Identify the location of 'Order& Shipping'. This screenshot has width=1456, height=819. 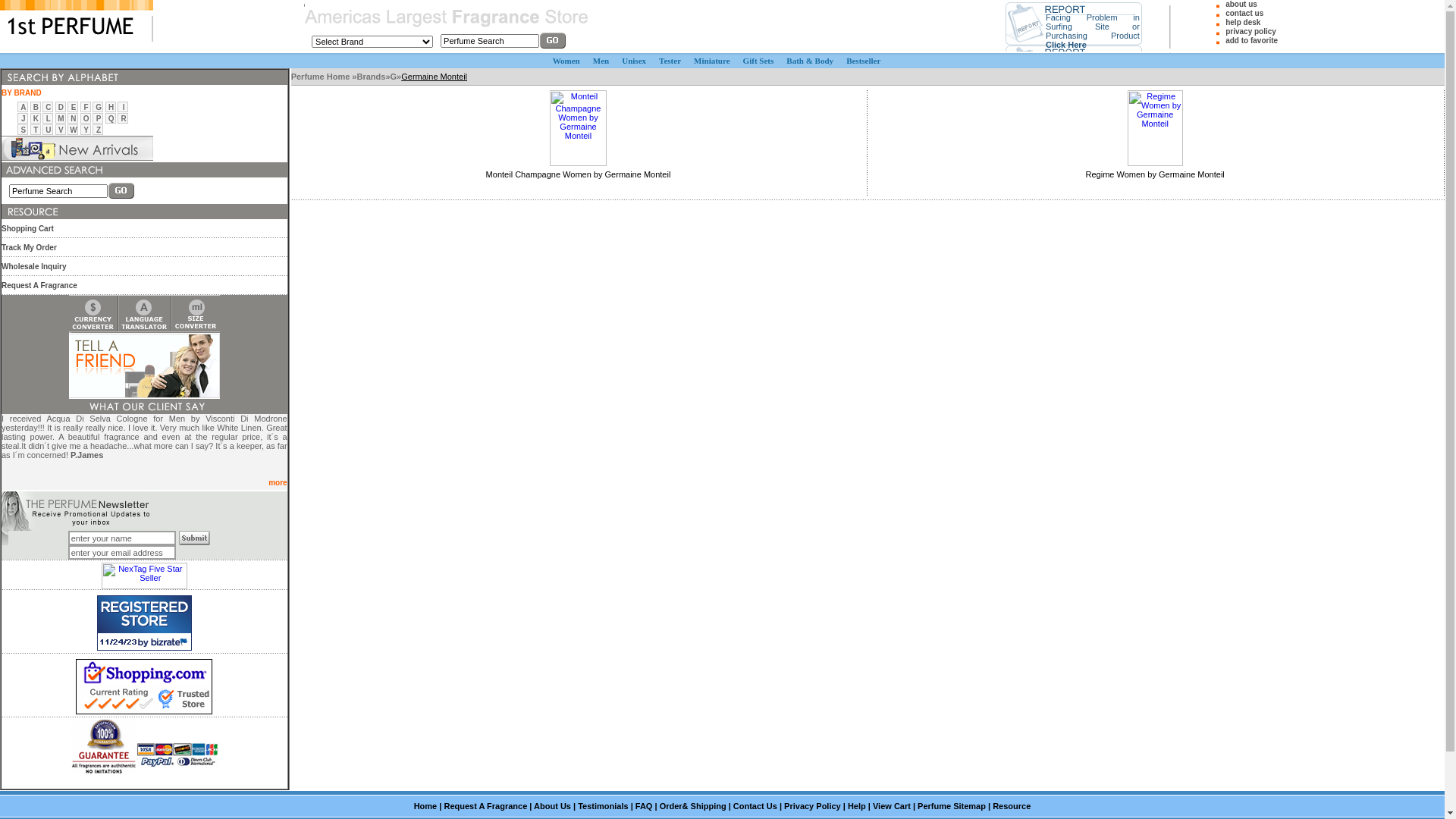
(659, 805).